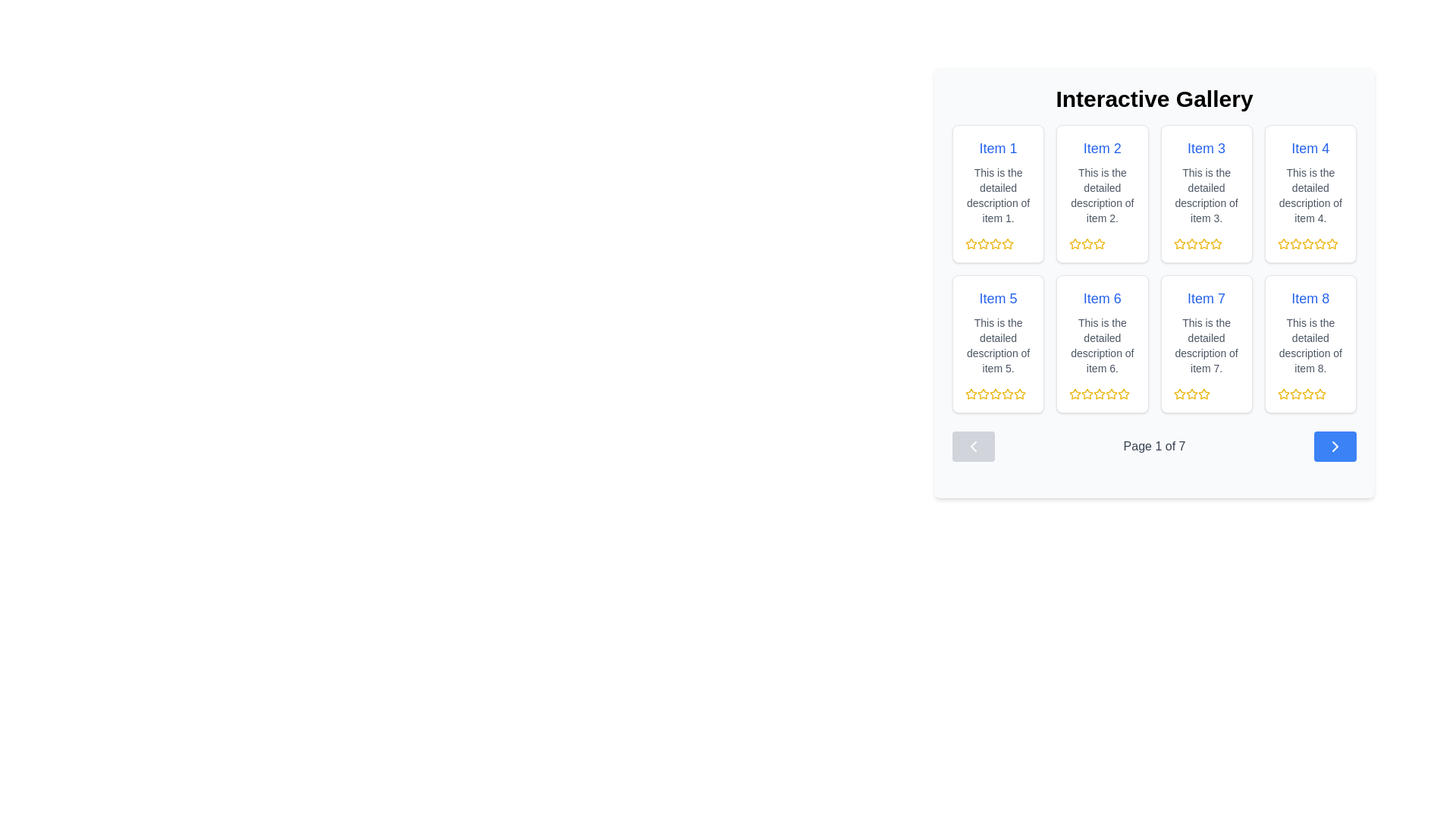 This screenshot has height=819, width=1456. I want to click on the Card component displaying details about 'Item 5' located at the bottom-left position of a 2x4 grid layout, so click(998, 344).